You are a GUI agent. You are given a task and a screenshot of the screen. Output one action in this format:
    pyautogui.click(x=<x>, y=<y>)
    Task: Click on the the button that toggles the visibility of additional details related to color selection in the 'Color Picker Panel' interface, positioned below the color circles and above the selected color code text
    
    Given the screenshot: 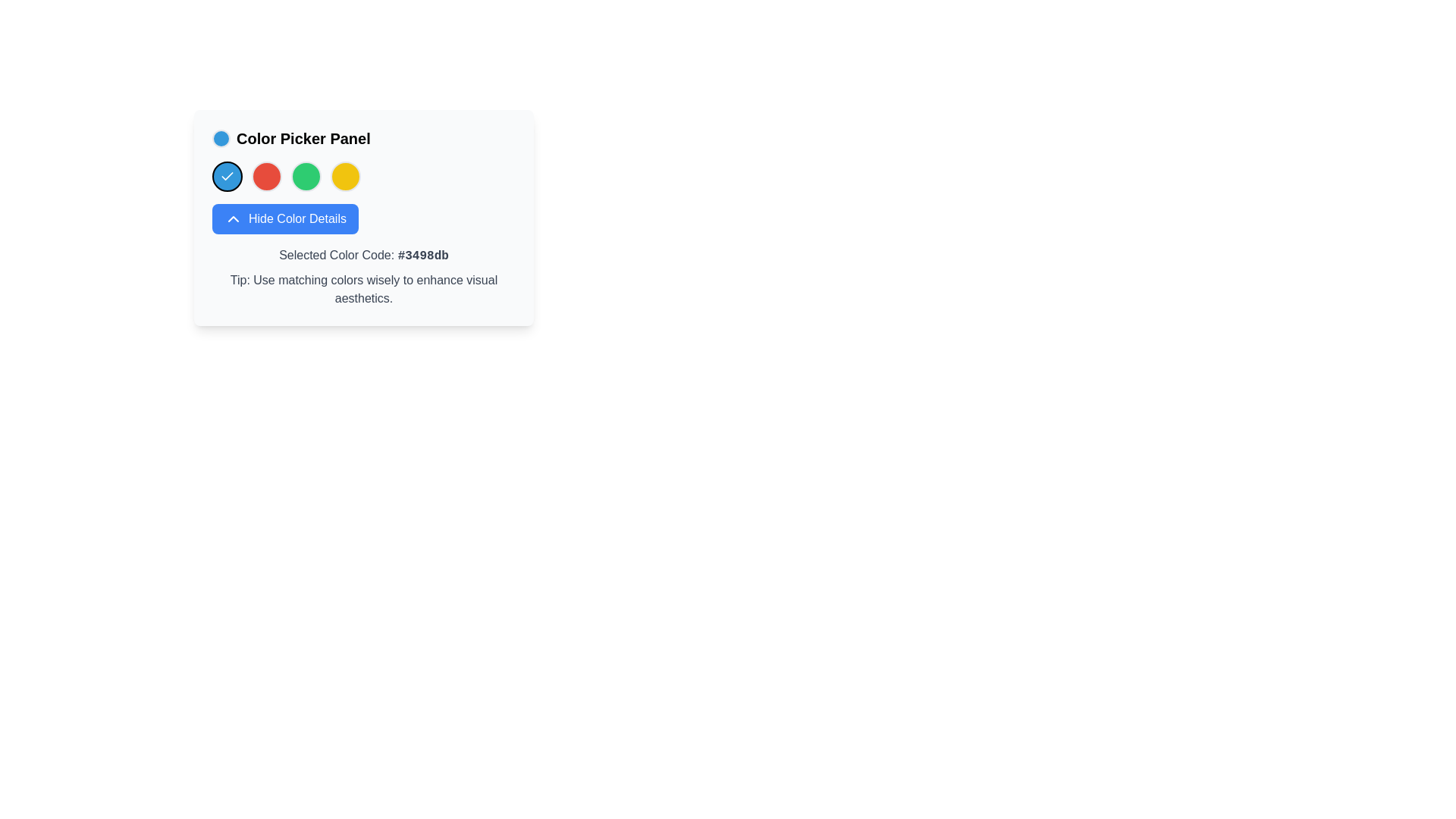 What is the action you would take?
    pyautogui.click(x=285, y=219)
    